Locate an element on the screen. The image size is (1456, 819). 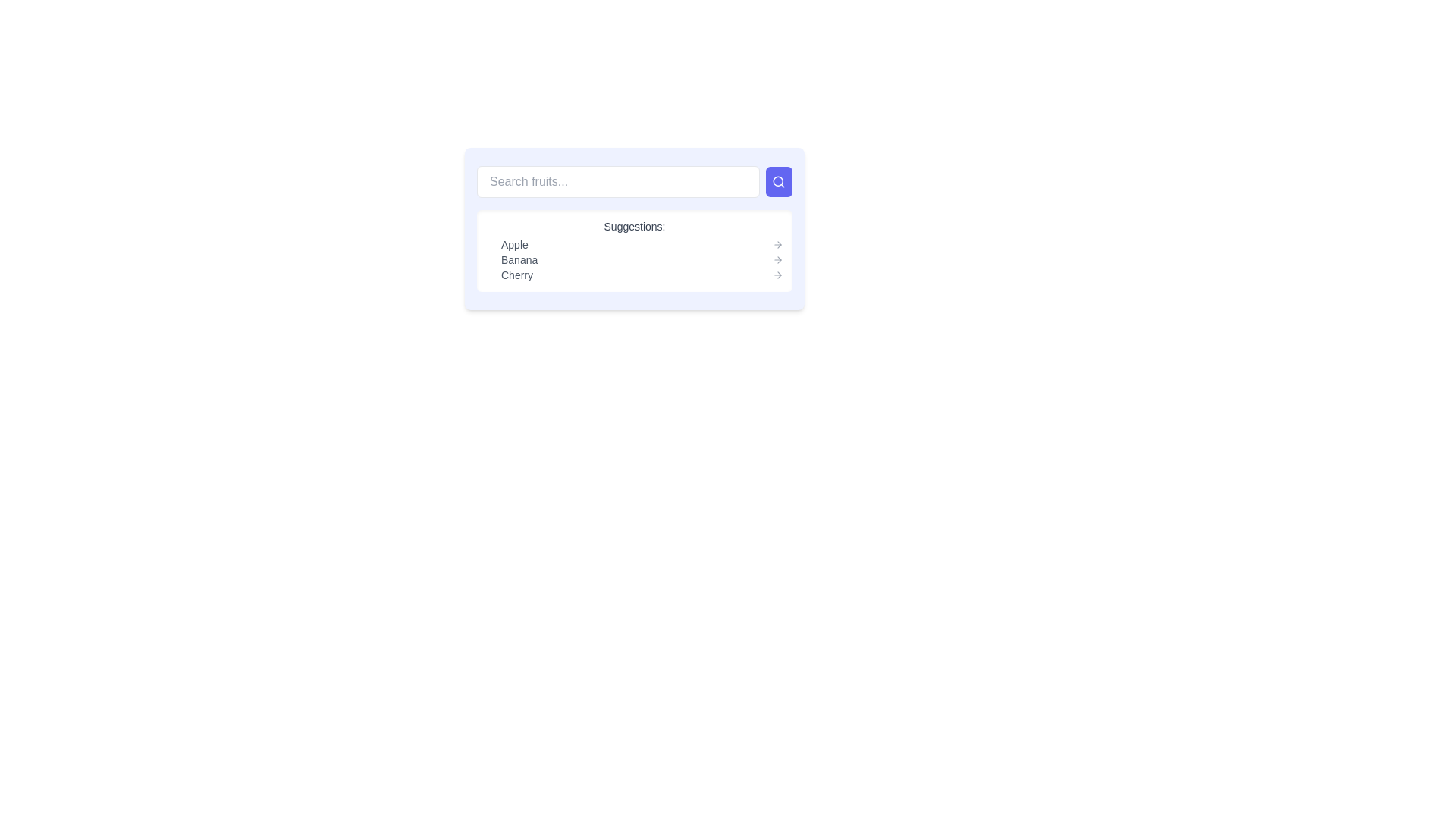
the gray right-facing arrow icon located to the far right of the 'Cherry' text is located at coordinates (778, 275).